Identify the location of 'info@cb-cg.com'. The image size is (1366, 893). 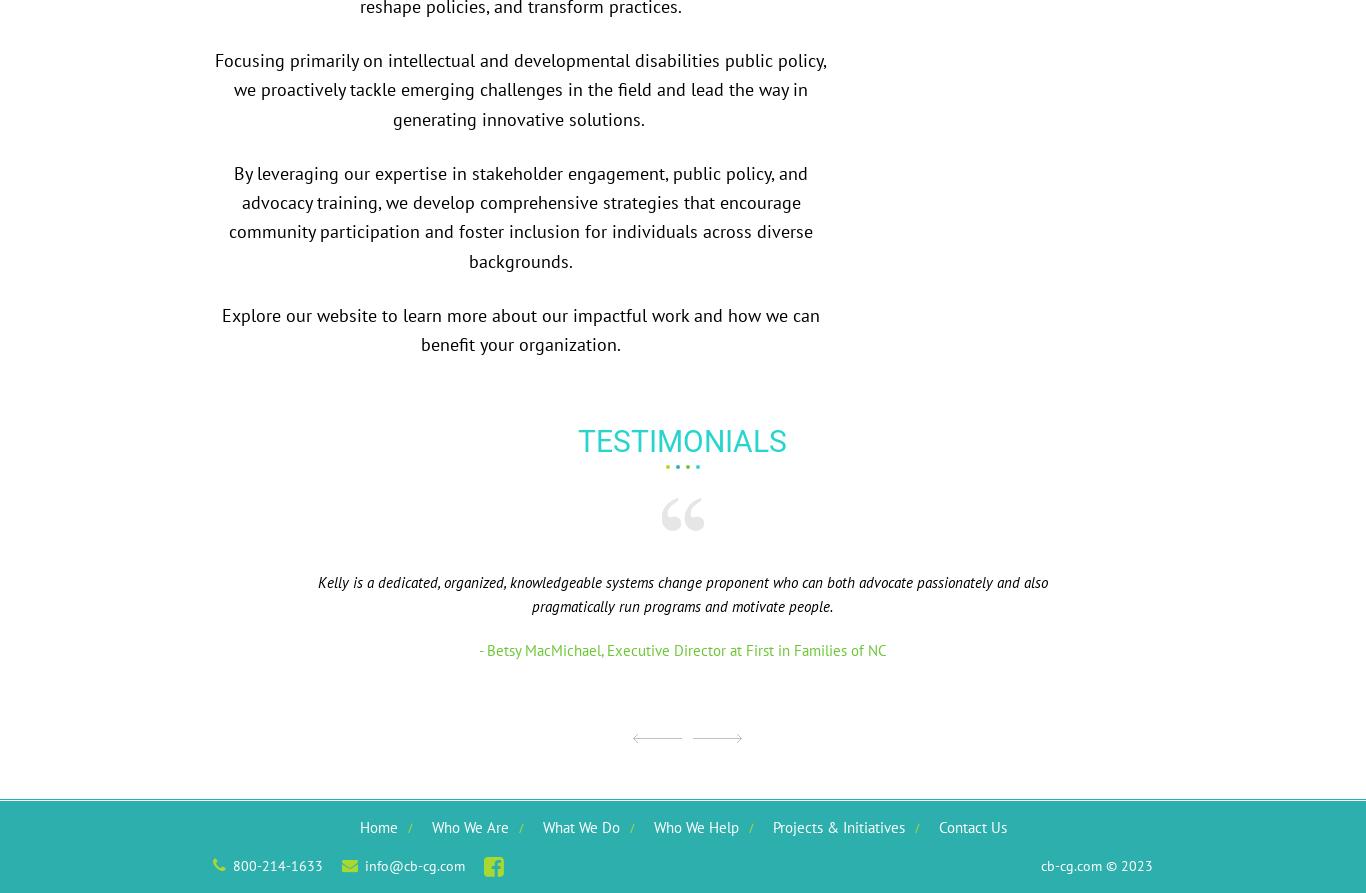
(413, 865).